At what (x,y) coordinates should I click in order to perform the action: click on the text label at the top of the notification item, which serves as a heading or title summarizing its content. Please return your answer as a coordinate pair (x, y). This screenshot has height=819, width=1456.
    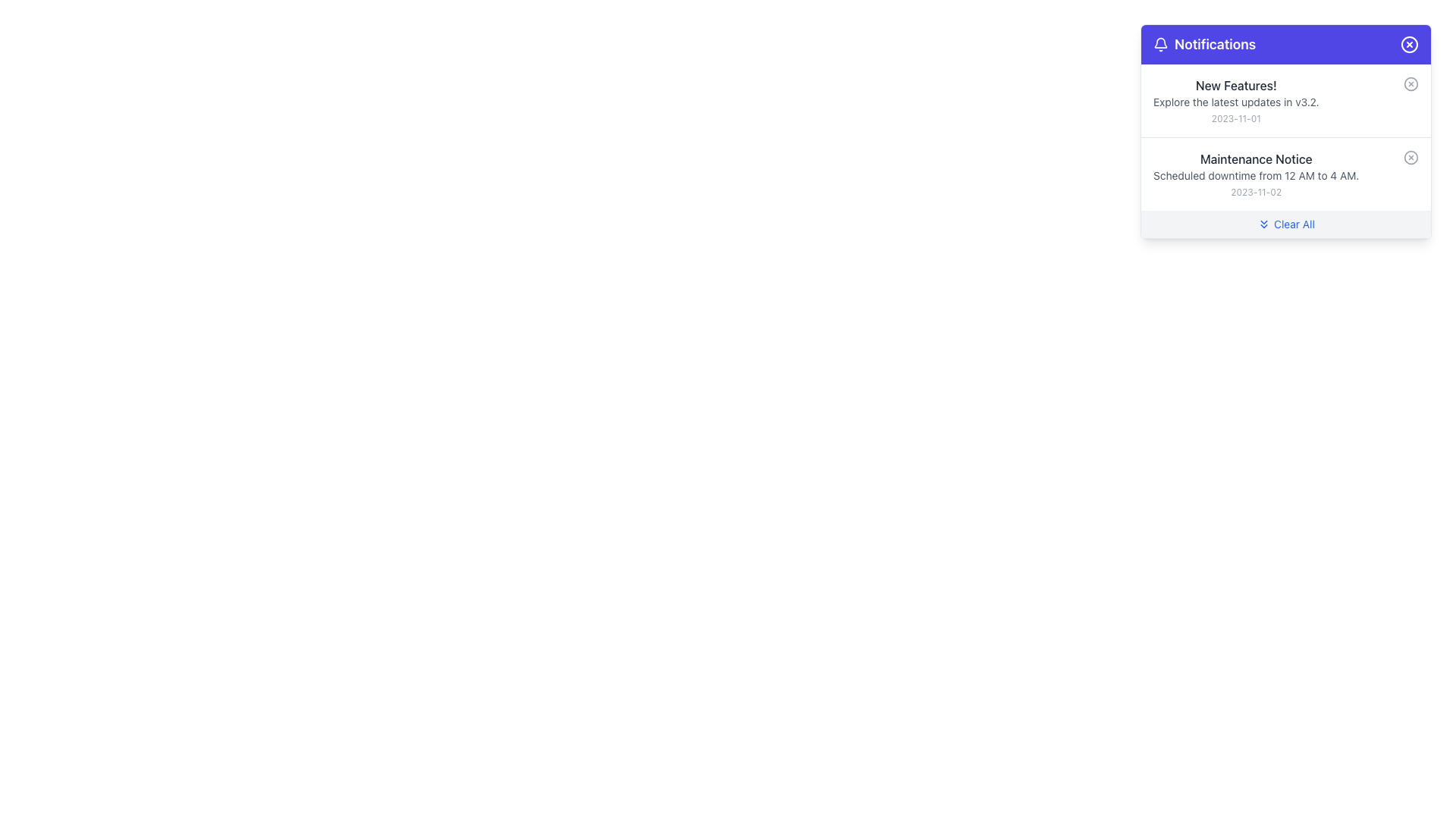
    Looking at the image, I should click on (1236, 85).